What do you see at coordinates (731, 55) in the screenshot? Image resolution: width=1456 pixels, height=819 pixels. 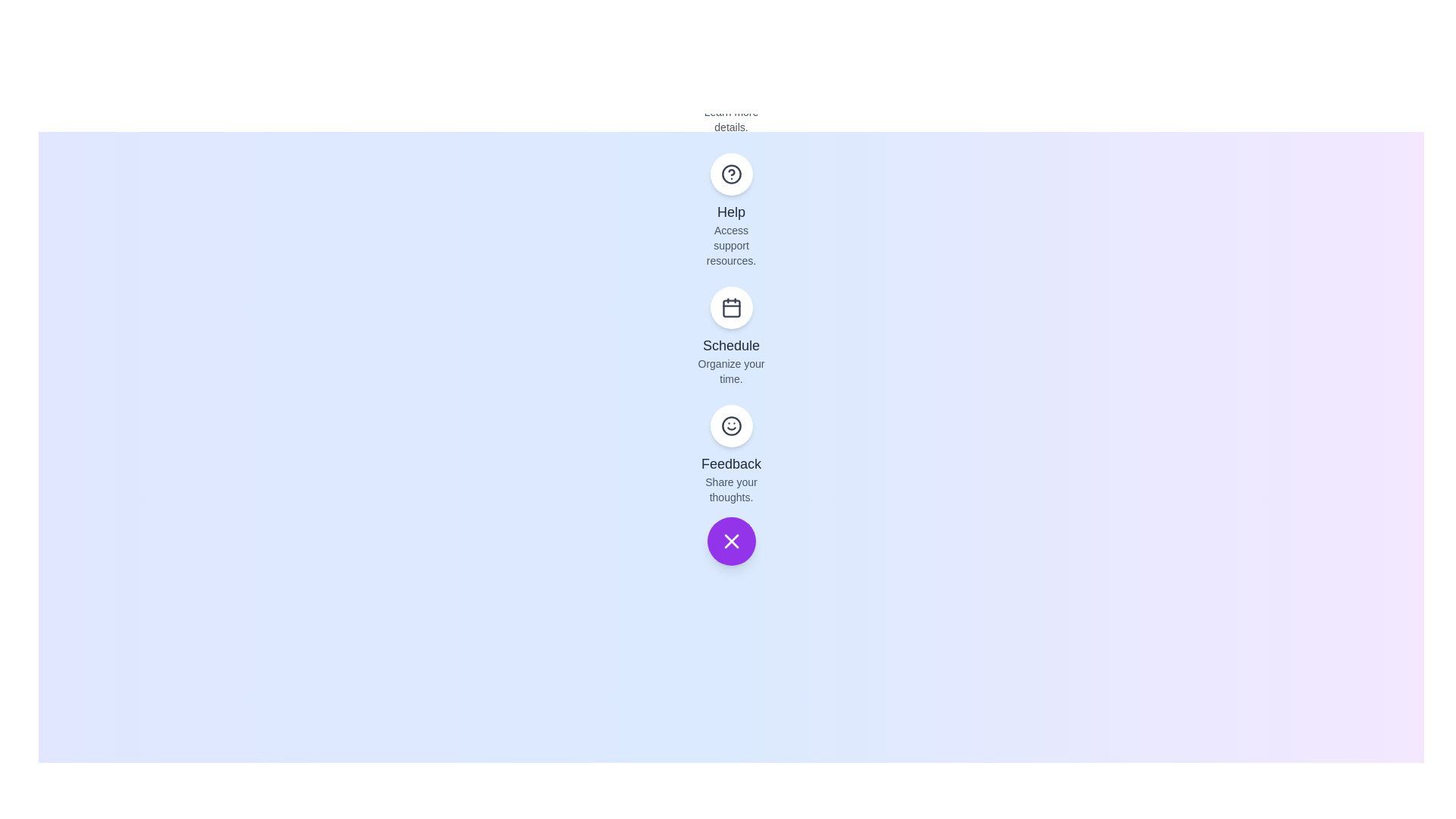 I see `the 'Information' button to learn more details` at bounding box center [731, 55].